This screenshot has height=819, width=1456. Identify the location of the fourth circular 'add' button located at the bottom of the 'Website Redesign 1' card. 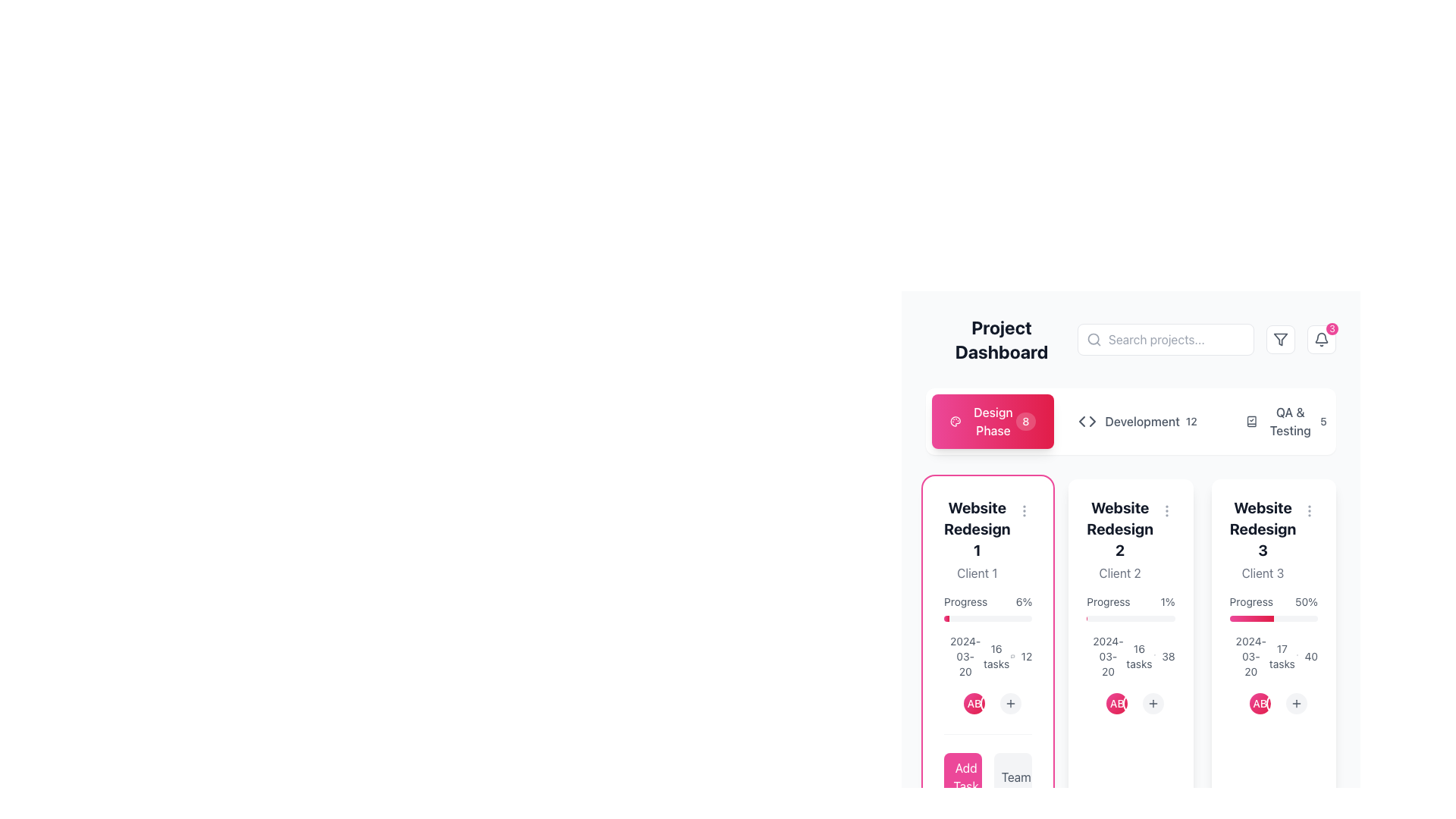
(1011, 704).